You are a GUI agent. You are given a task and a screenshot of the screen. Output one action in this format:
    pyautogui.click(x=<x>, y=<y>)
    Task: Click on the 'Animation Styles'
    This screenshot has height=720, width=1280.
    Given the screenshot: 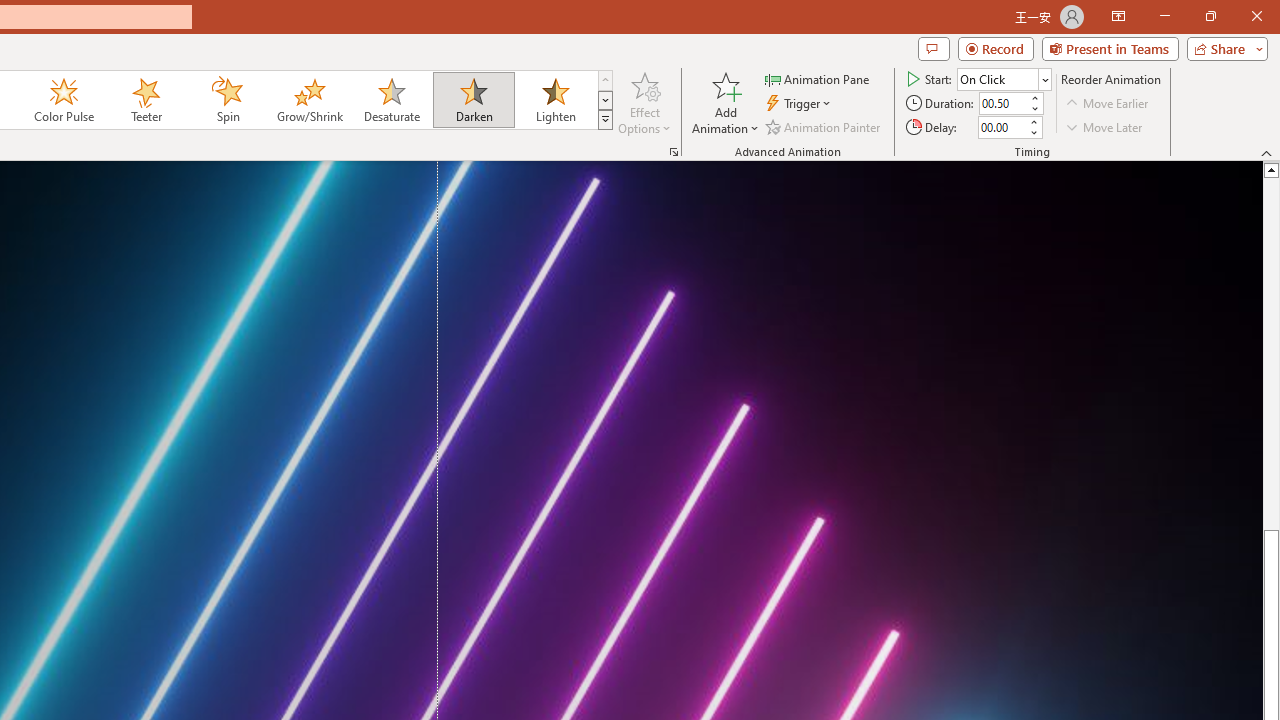 What is the action you would take?
    pyautogui.click(x=604, y=120)
    